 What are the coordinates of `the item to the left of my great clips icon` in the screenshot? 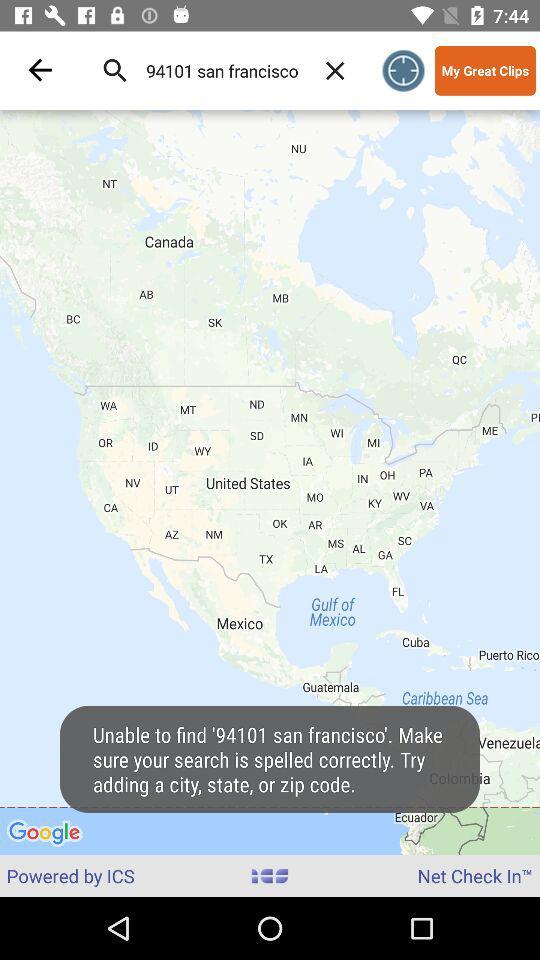 It's located at (403, 70).